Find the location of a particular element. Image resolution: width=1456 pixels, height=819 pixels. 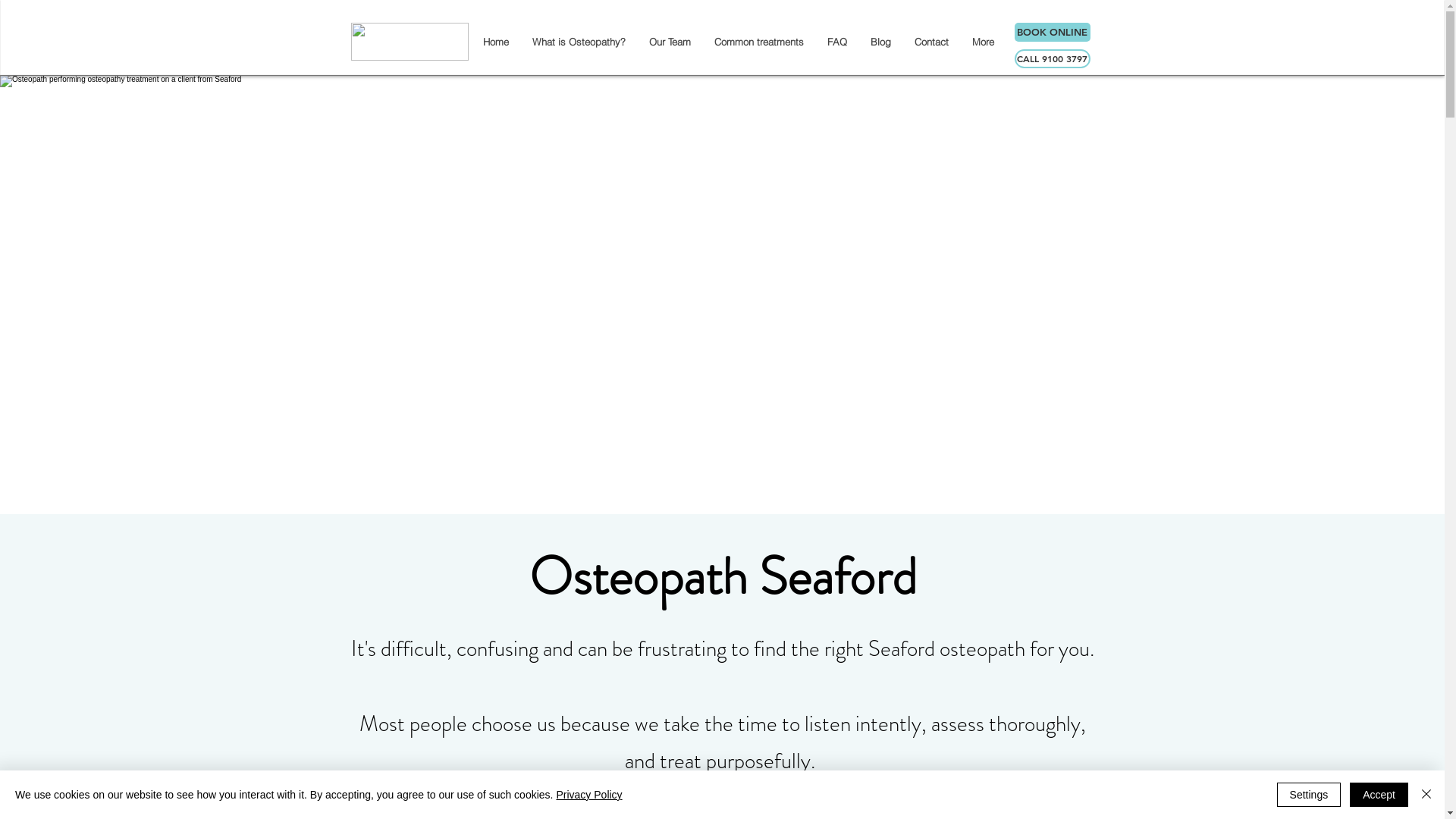

'CALL 9100 3797' is located at coordinates (1051, 58).